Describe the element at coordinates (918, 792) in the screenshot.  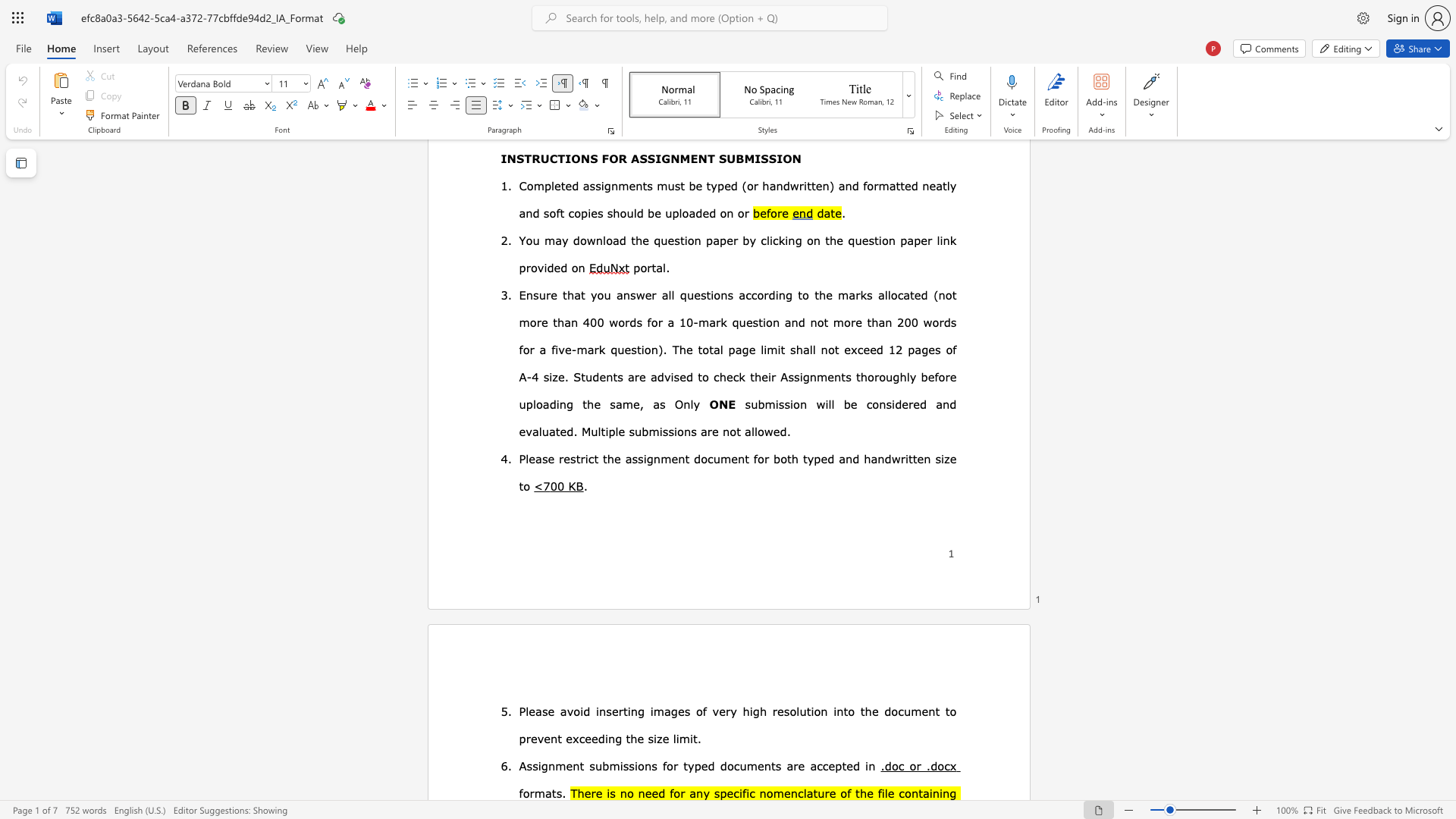
I see `the subset text "taini" within the text "containing"` at that location.